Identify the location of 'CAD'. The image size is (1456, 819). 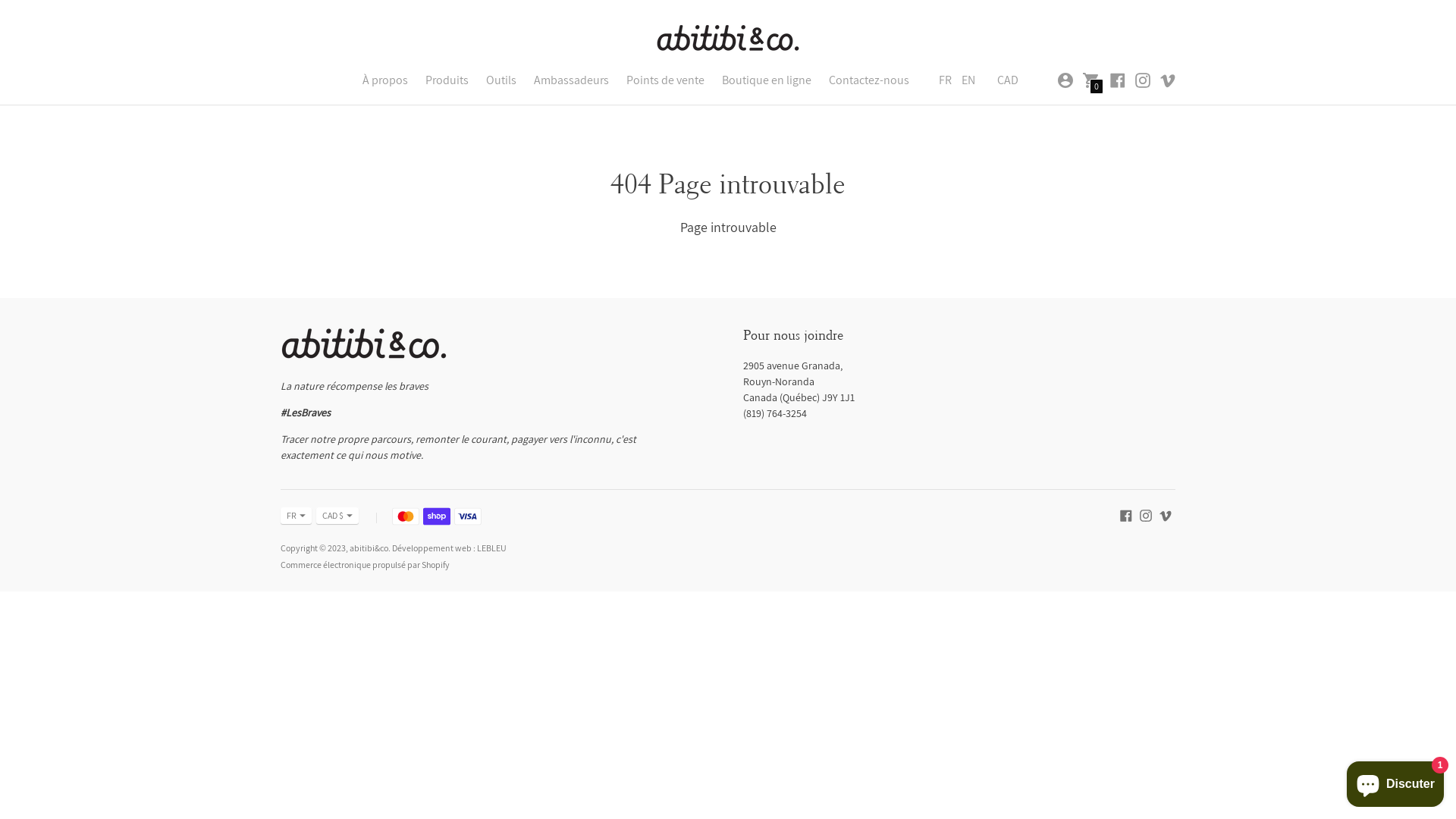
(1008, 80).